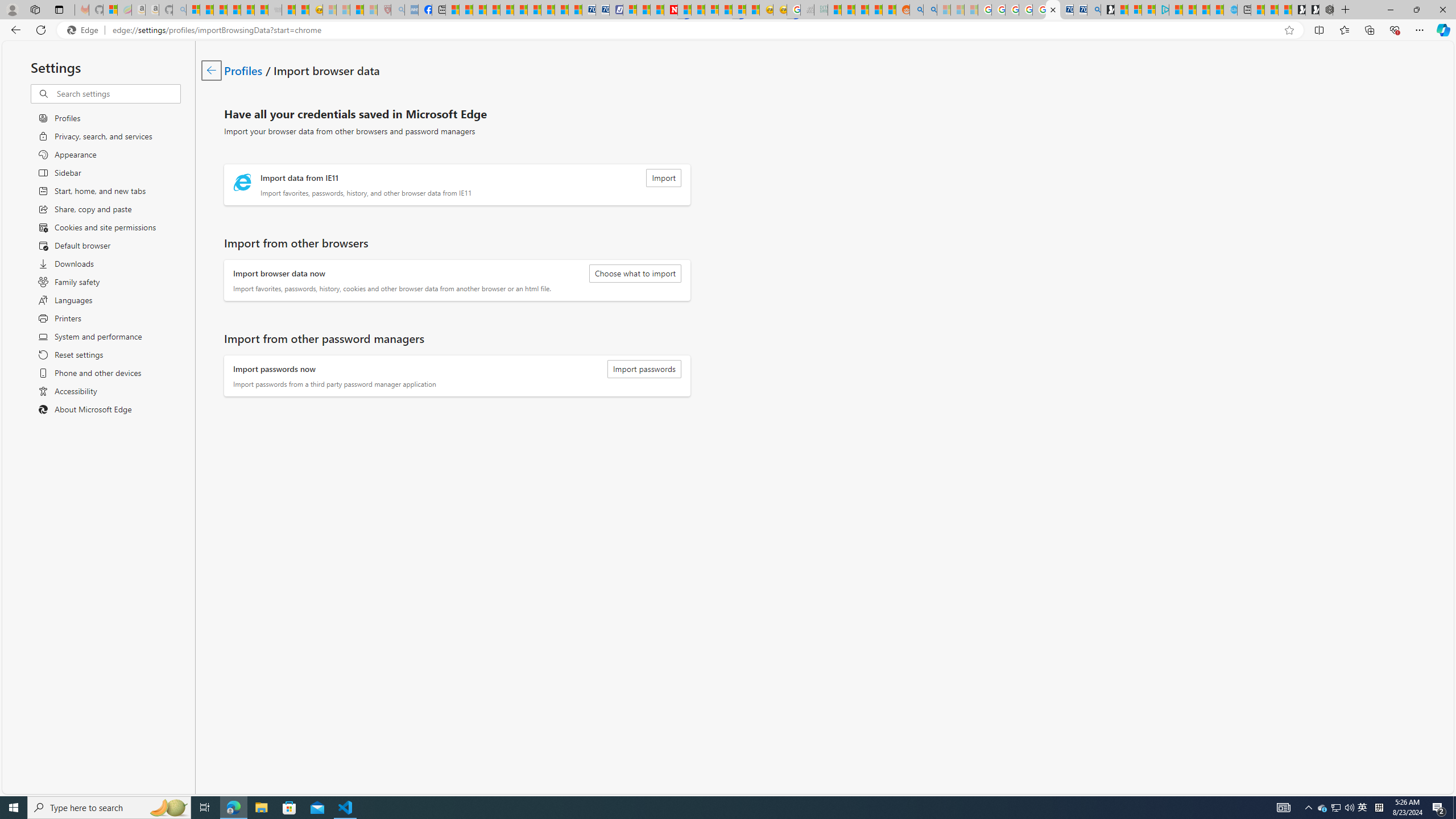  I want to click on 'Profiles', so click(243, 69).